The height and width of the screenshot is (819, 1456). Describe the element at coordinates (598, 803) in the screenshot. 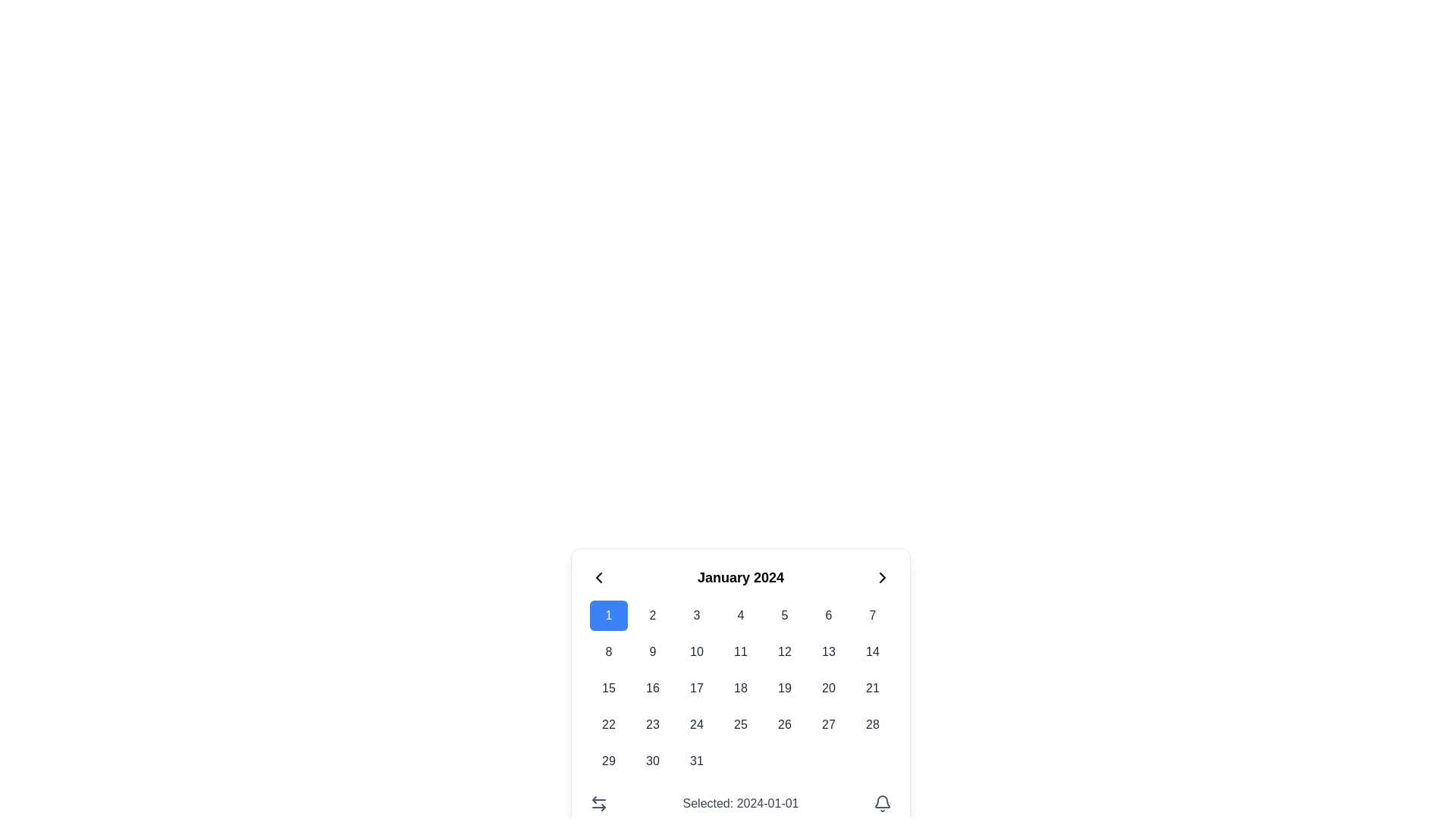

I see `the leftmost icon in the bottom section of the calendar interface` at that location.